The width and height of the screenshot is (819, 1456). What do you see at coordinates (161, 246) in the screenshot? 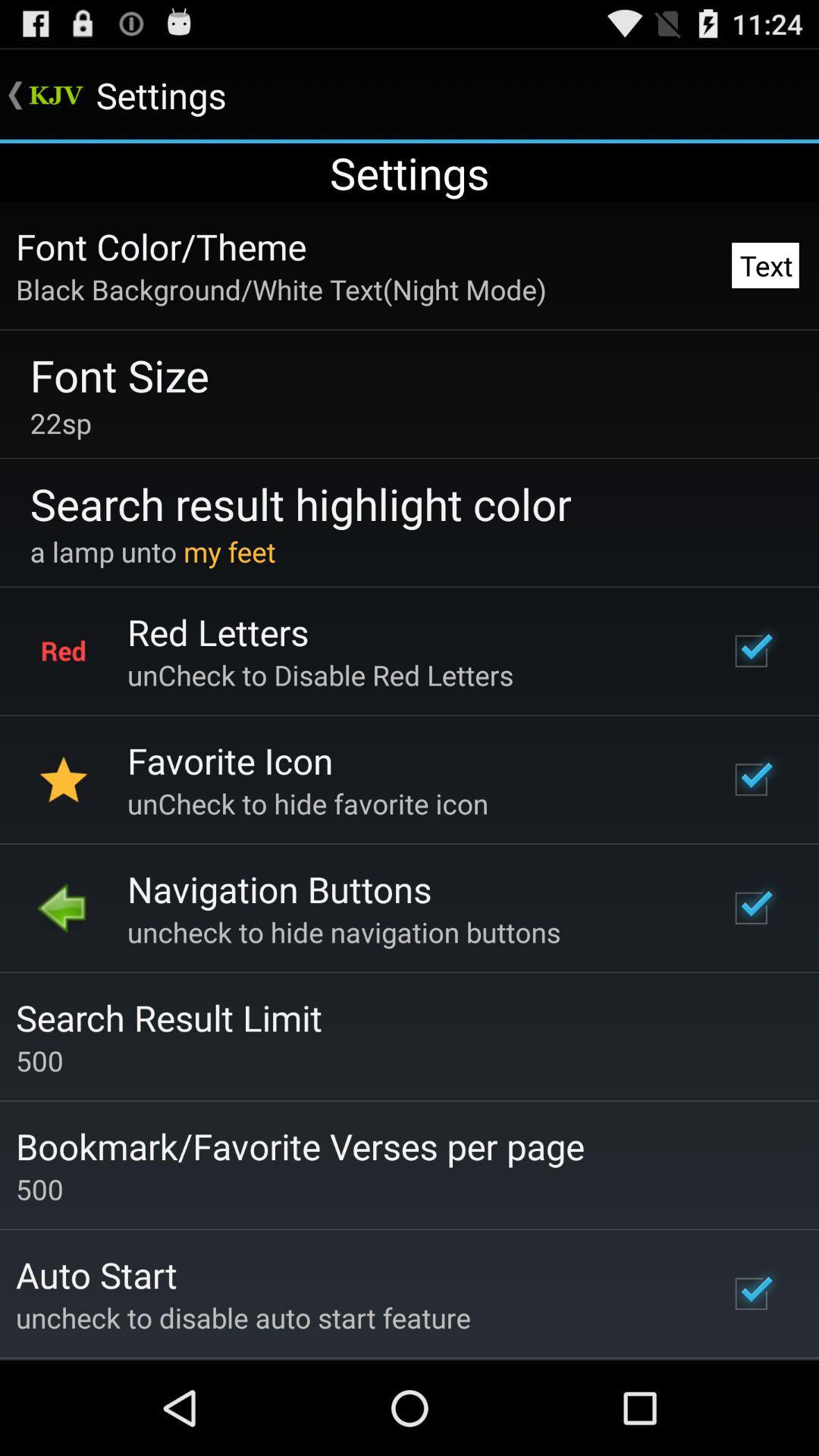
I see `item next to text app` at bounding box center [161, 246].